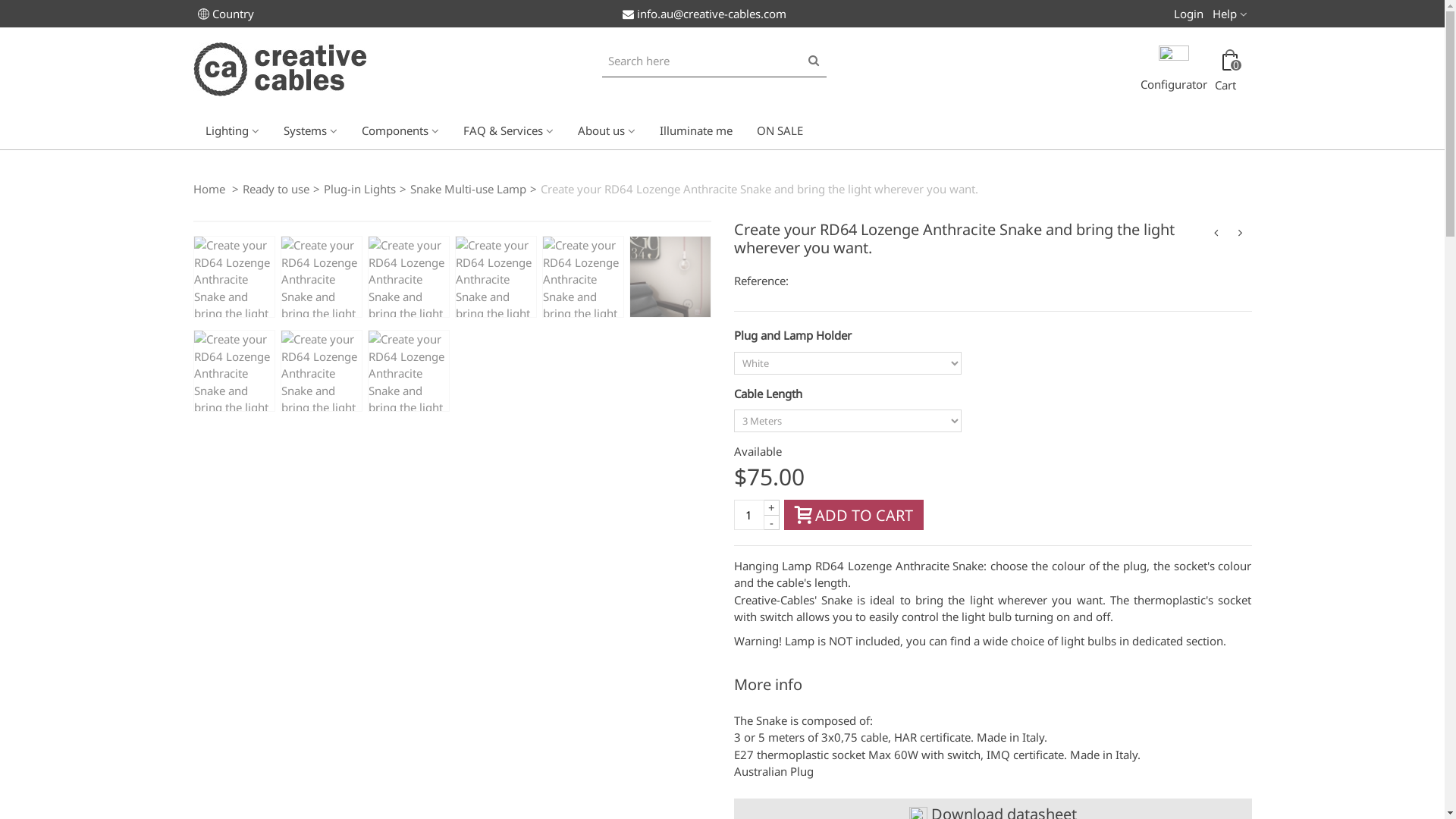 The height and width of the screenshot is (819, 1456). What do you see at coordinates (1173, 71) in the screenshot?
I see `'Configurator'` at bounding box center [1173, 71].